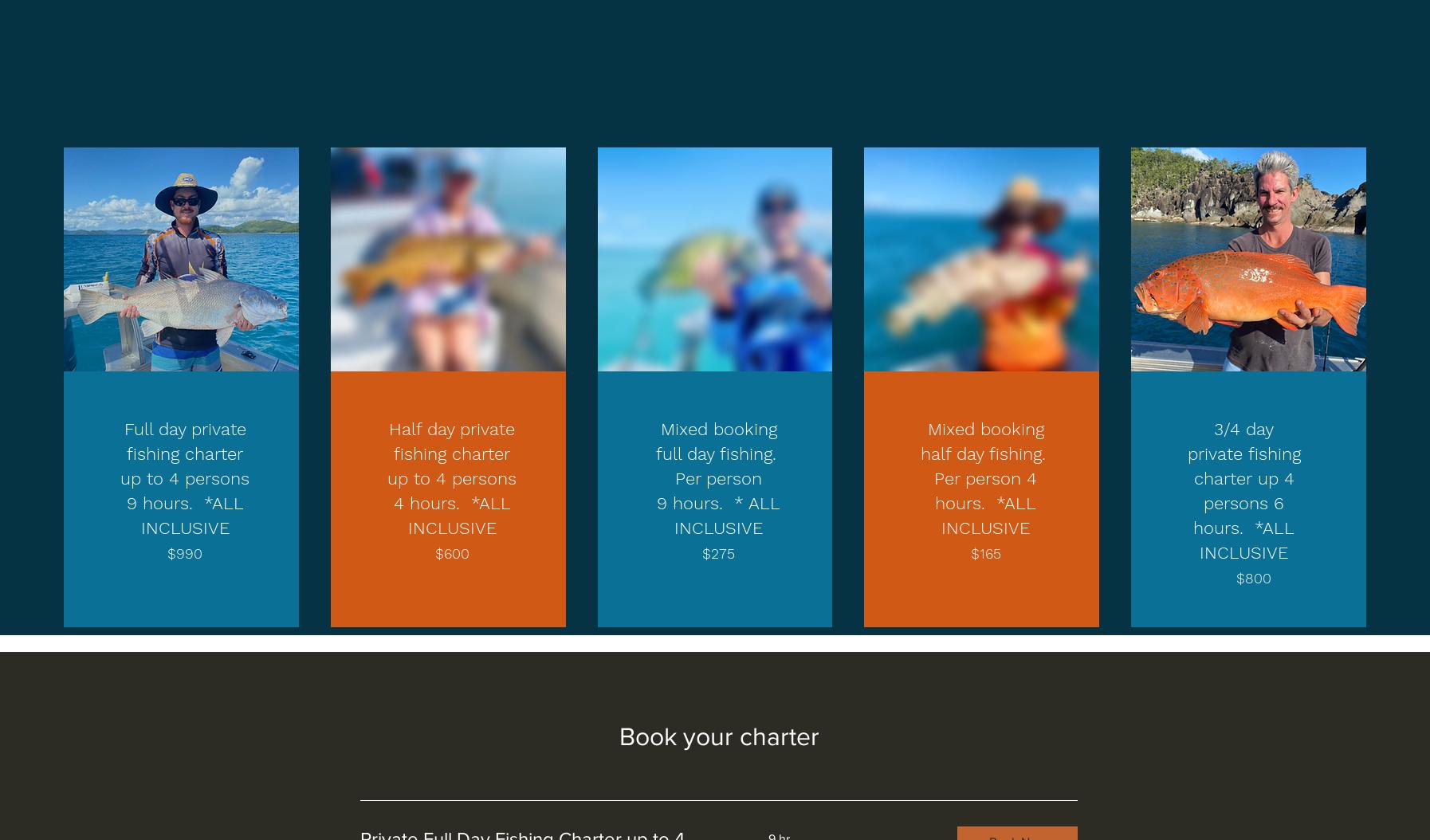  What do you see at coordinates (183, 477) in the screenshot?
I see `'Full day private fishing charter up to 4 persons 9 hours.  *ALL INCLUSIVE'` at bounding box center [183, 477].